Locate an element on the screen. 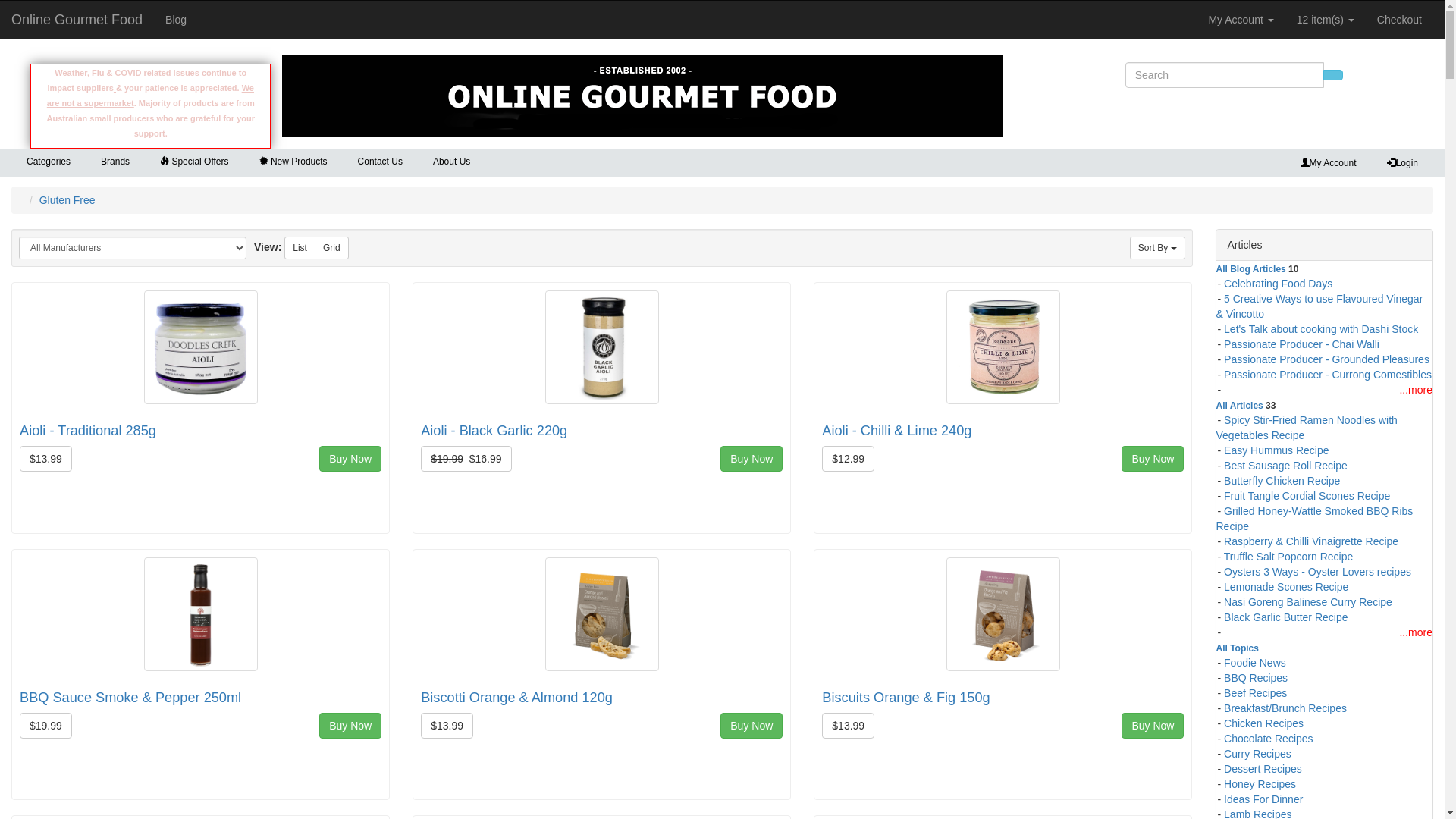 The width and height of the screenshot is (1456, 819). 'Lemonade Scones Recipe' is located at coordinates (1285, 584).